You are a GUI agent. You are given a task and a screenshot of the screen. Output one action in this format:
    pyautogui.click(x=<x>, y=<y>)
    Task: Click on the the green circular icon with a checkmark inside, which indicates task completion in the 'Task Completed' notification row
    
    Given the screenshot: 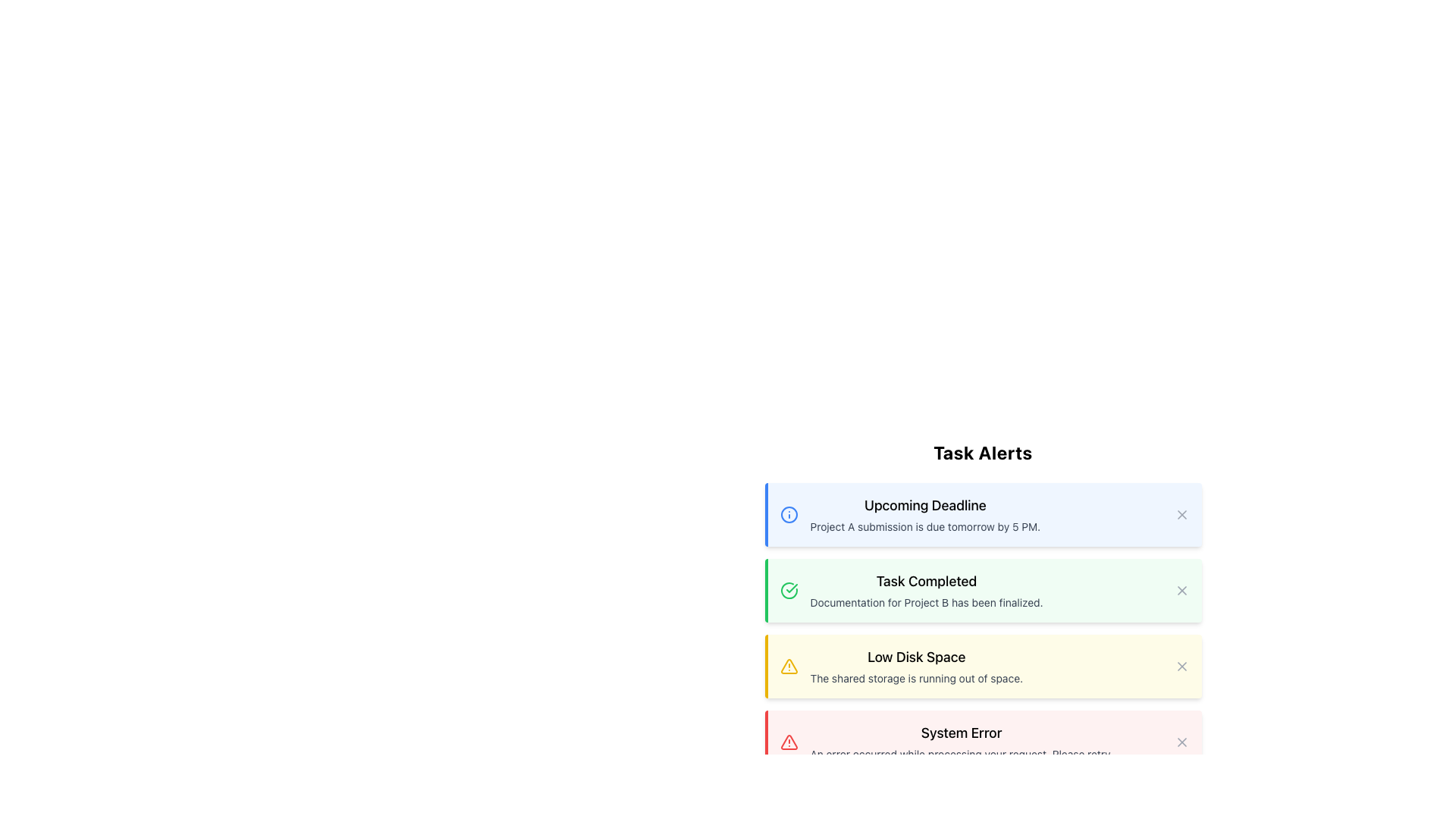 What is the action you would take?
    pyautogui.click(x=789, y=590)
    